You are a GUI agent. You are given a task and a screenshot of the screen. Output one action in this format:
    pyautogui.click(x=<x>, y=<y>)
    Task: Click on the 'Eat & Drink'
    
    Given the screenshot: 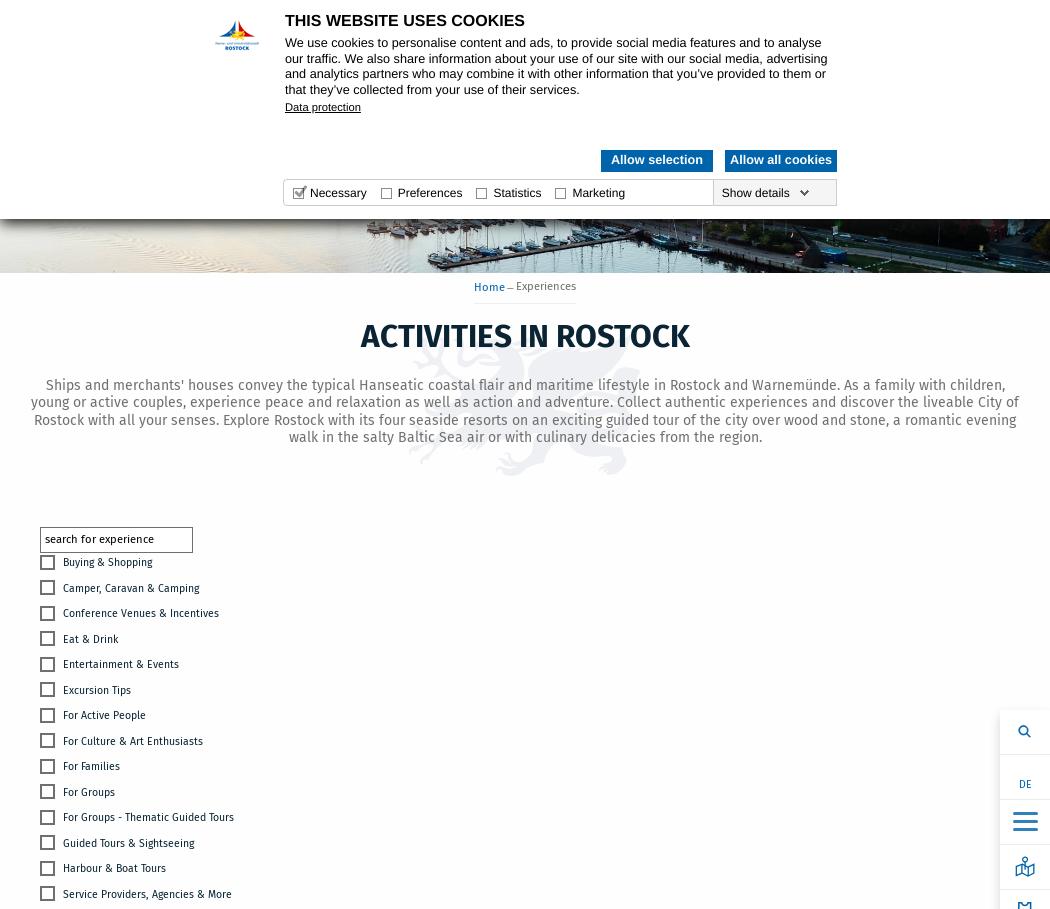 What is the action you would take?
    pyautogui.click(x=62, y=637)
    